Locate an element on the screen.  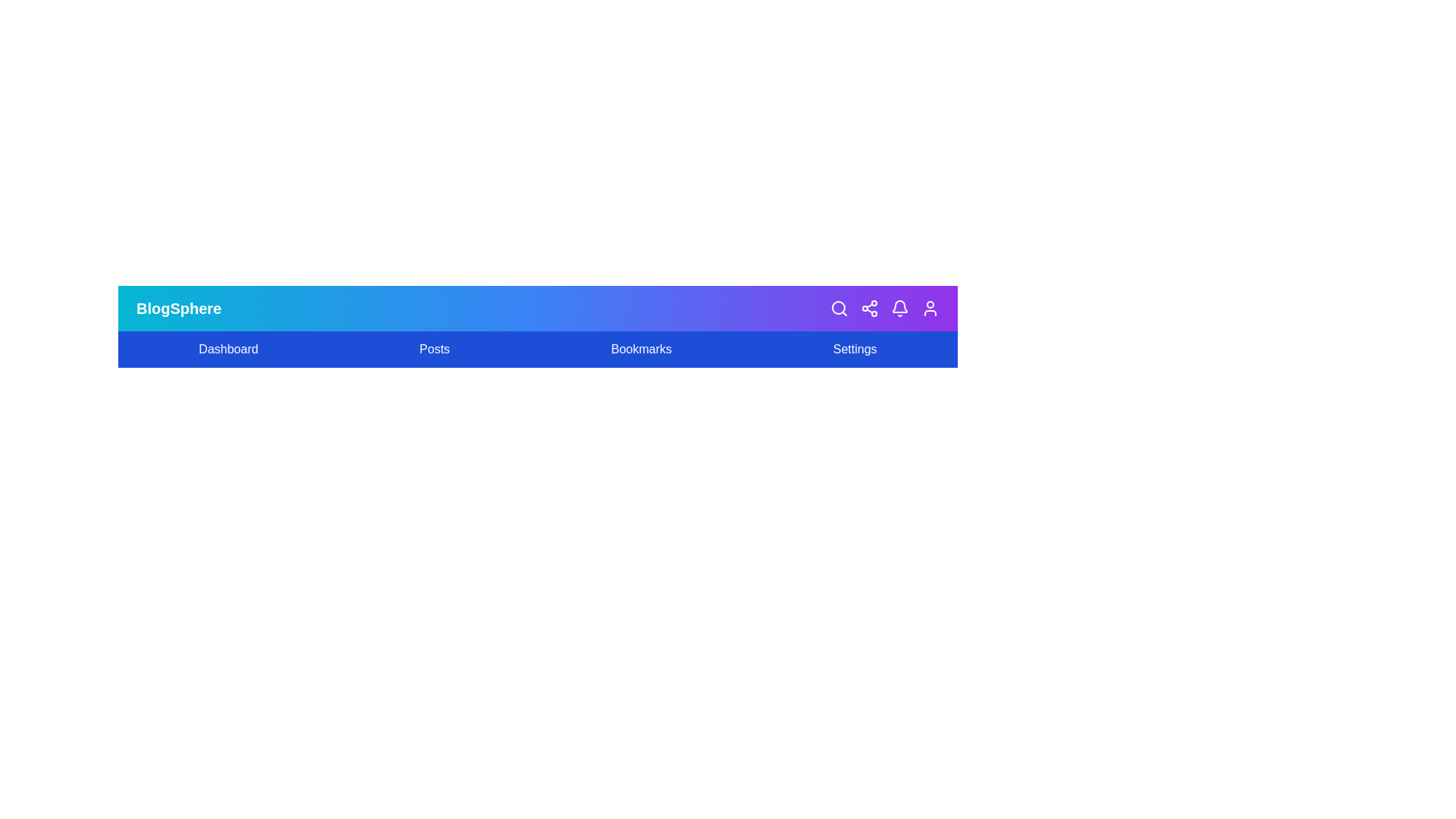
the 'Settings' menu item is located at coordinates (855, 350).